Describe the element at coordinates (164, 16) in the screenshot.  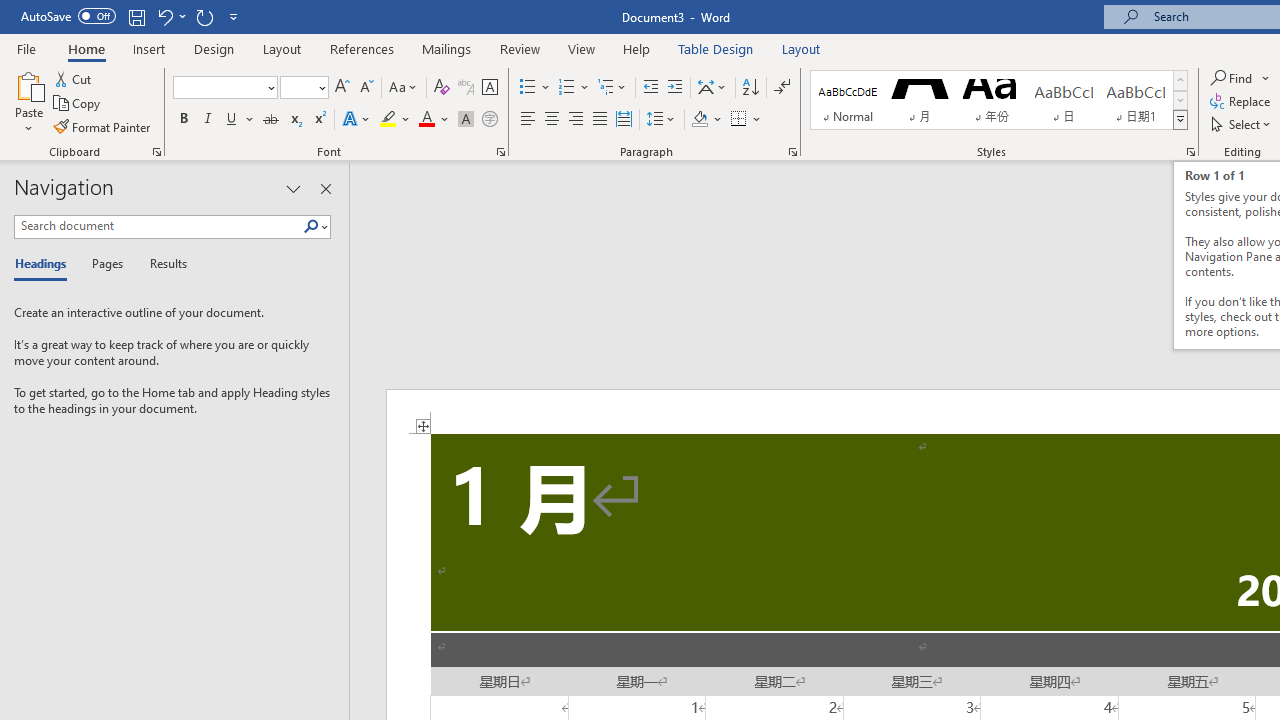
I see `'Undo Distribute Para'` at that location.